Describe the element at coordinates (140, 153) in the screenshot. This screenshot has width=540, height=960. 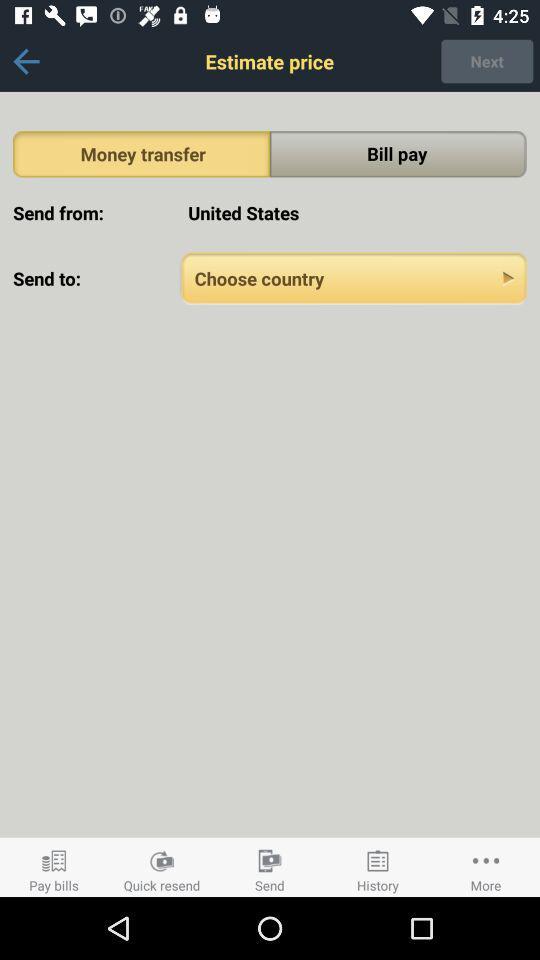
I see `icon next to the bill pay icon` at that location.